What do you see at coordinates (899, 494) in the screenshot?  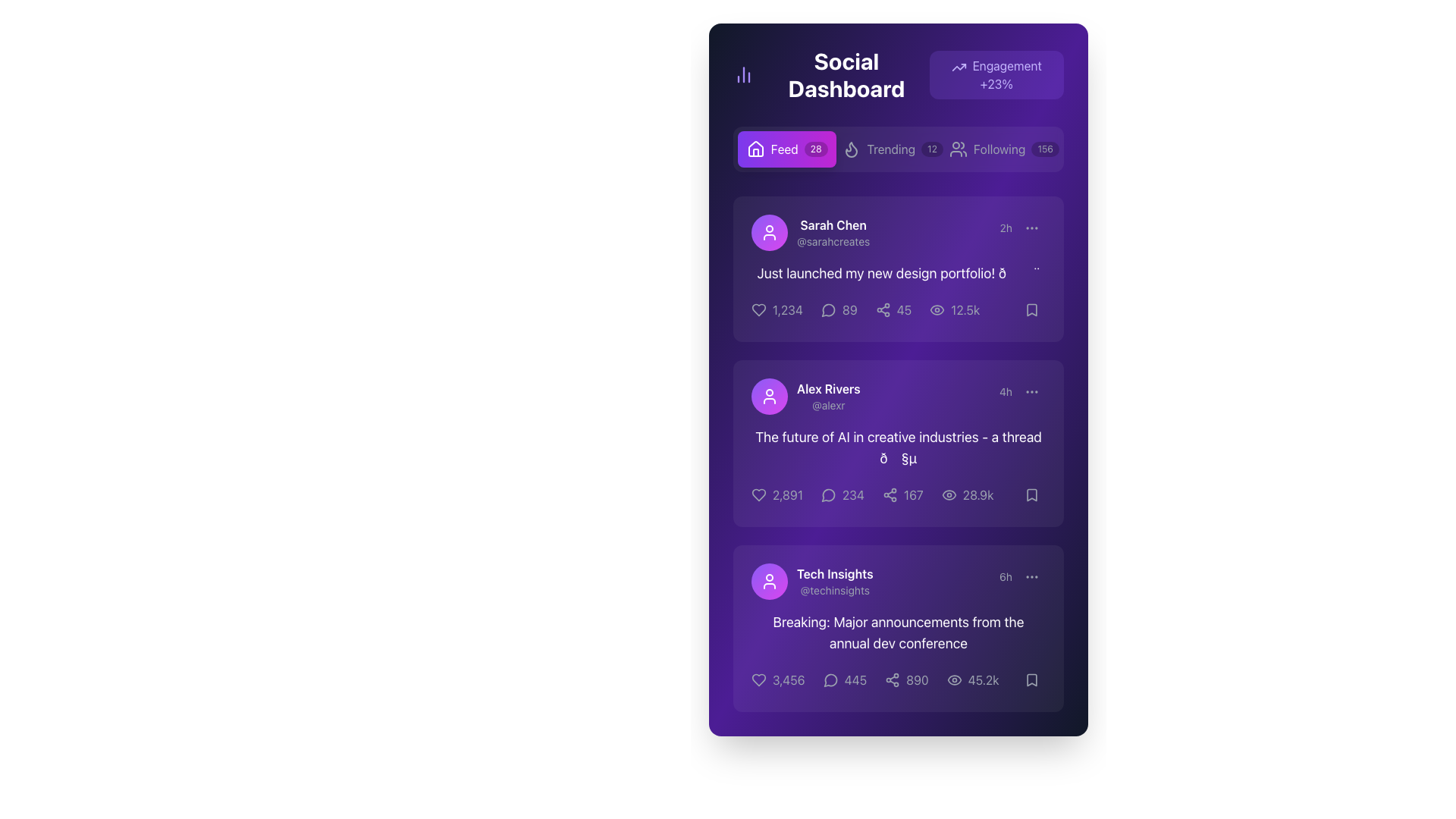 I see `the share button, which displays the count of shares for the post by 'Alex Rivers' in the central feed` at bounding box center [899, 494].